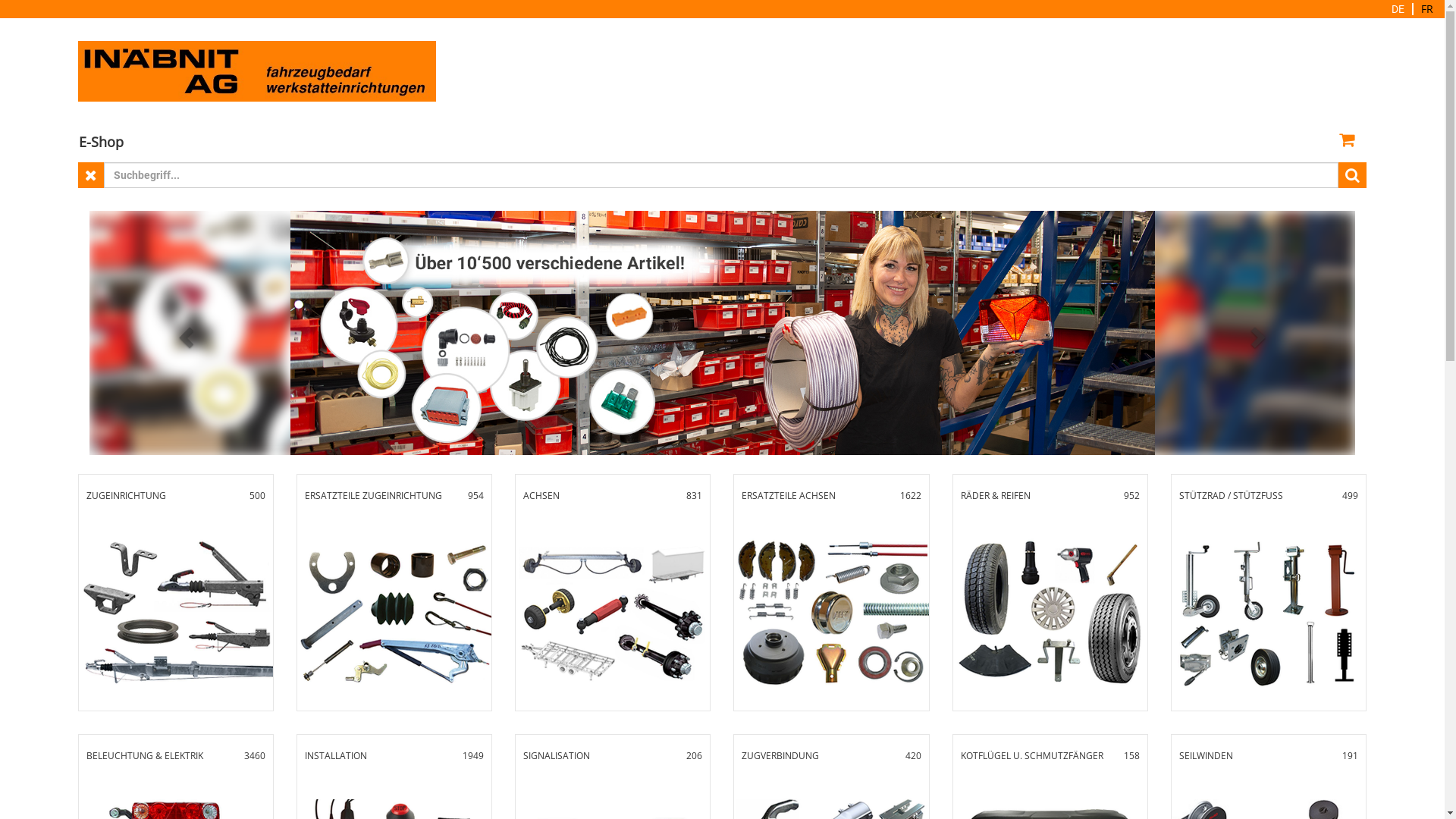 The width and height of the screenshot is (1456, 819). What do you see at coordinates (612, 591) in the screenshot?
I see `'ACHSEN` at bounding box center [612, 591].